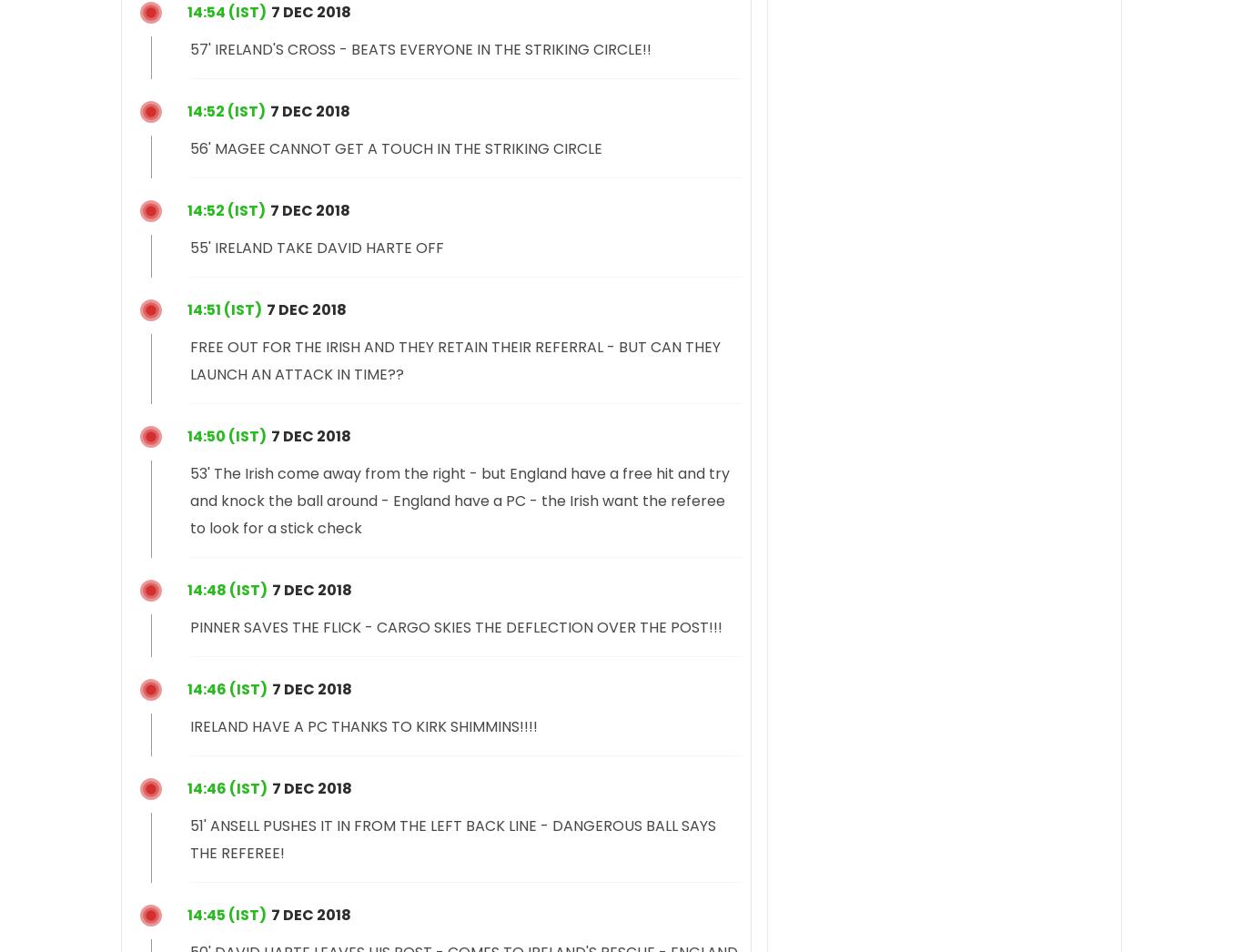 This screenshot has height=952, width=1243. I want to click on '20:24 (IST)', so click(228, 10).